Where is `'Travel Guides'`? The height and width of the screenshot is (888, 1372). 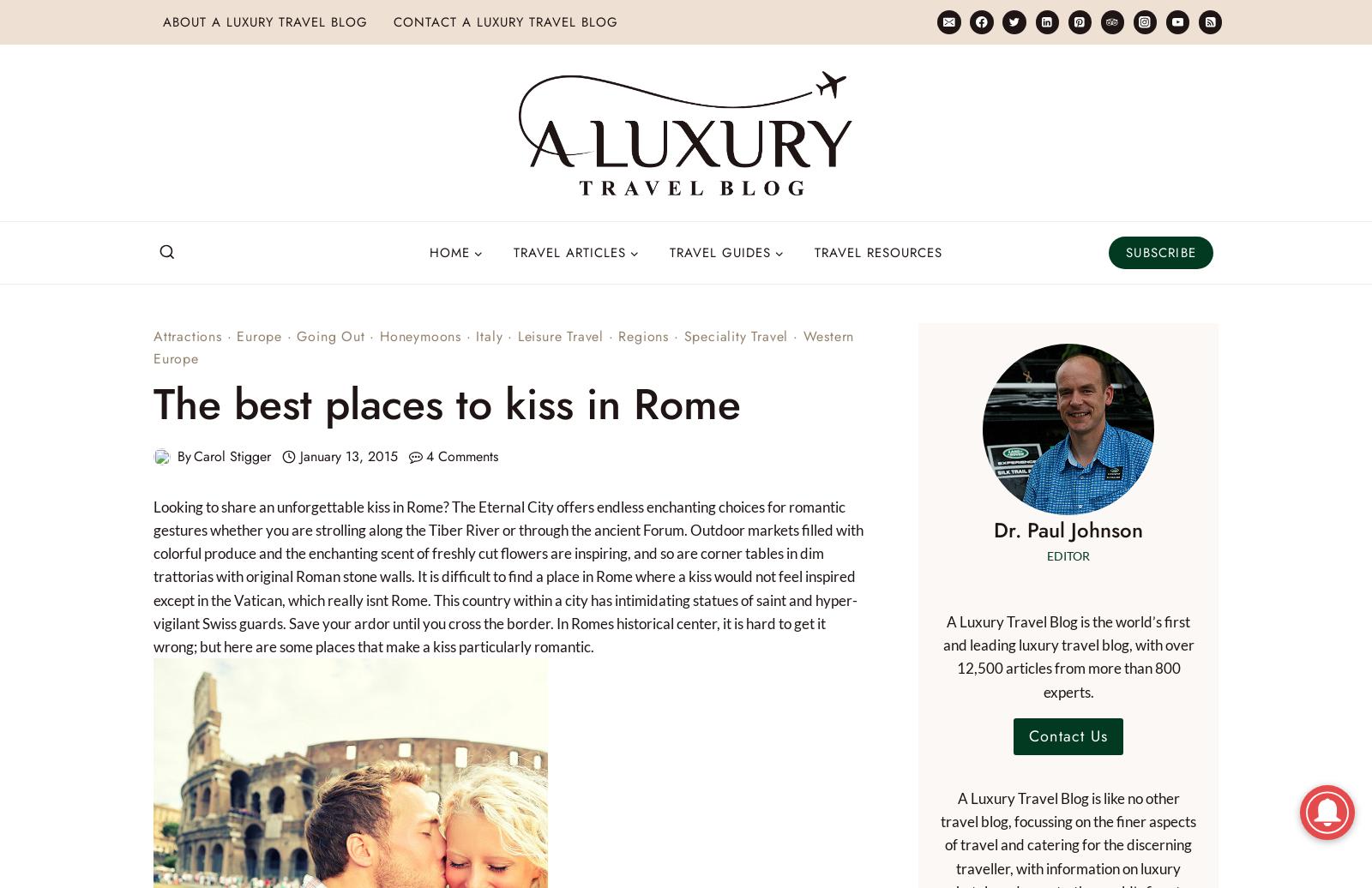
'Travel Guides' is located at coordinates (719, 252).